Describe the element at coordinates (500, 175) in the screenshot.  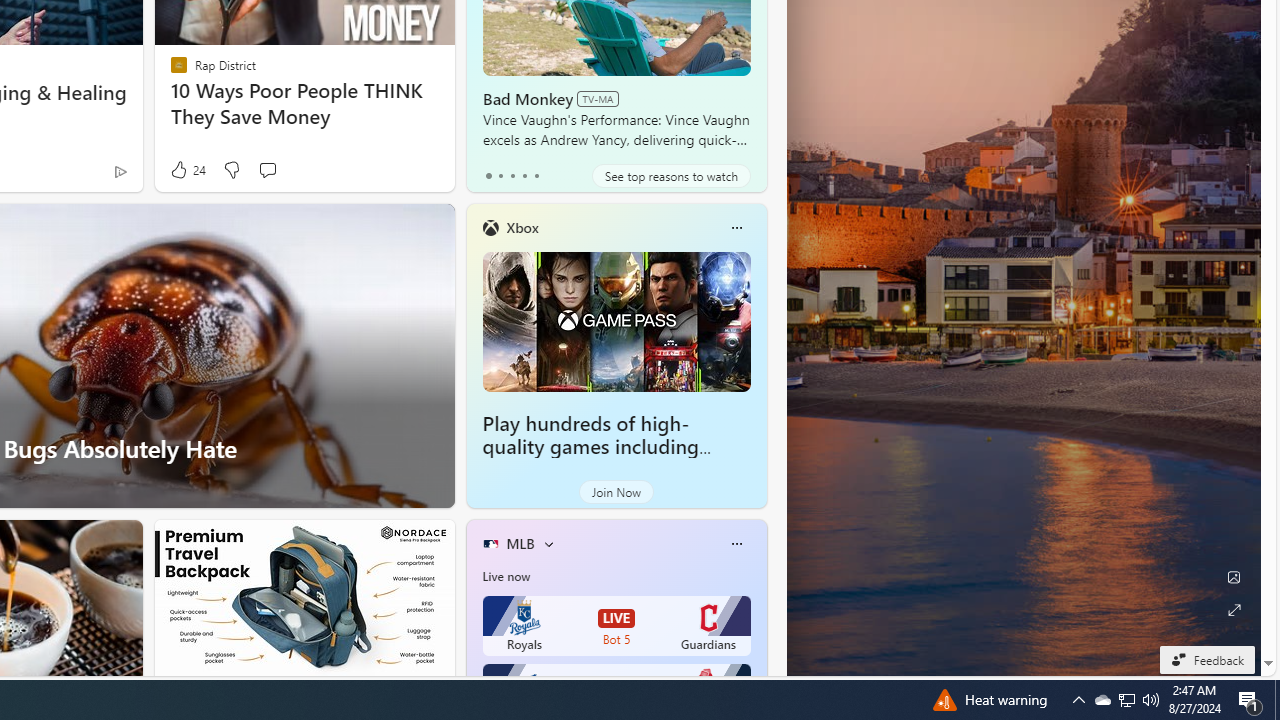
I see `'tab-1'` at that location.